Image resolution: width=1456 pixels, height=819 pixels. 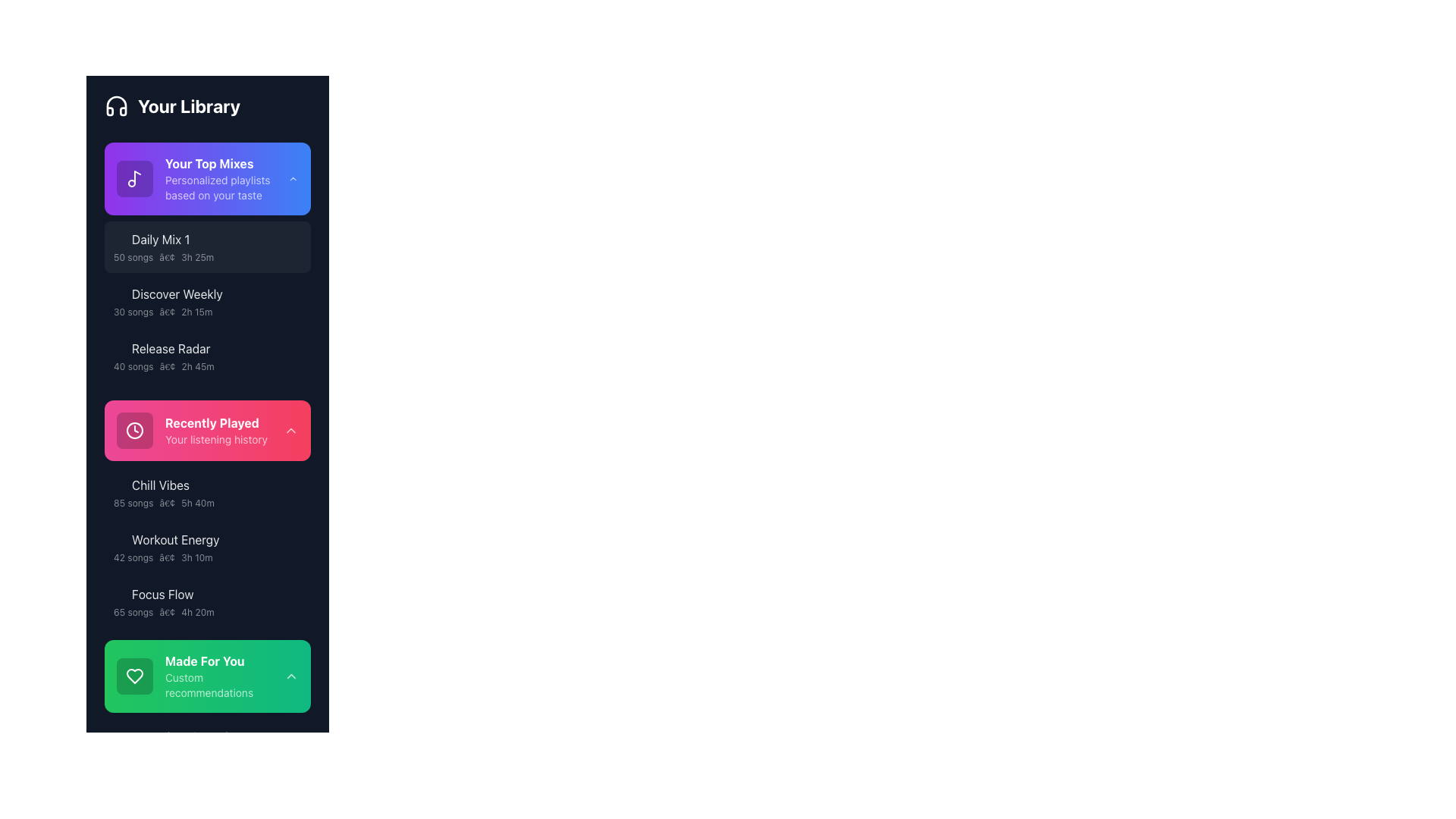 What do you see at coordinates (206, 601) in the screenshot?
I see `the third playlist entry which displays the title and details of the playlist, including the number of songs and total duration` at bounding box center [206, 601].